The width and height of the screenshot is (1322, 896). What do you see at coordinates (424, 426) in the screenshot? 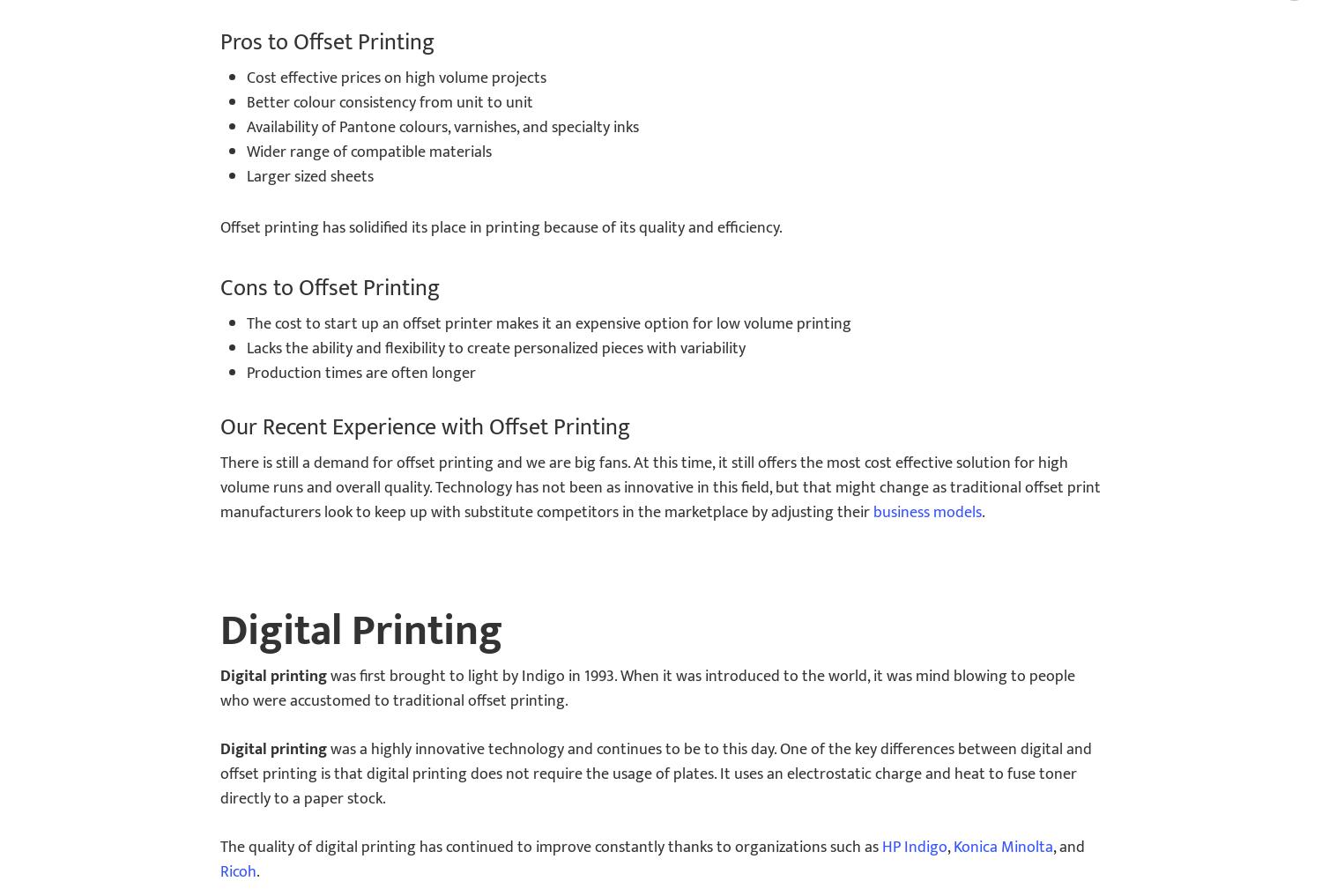
I see `'Our Recent Experience with Offset Printing'` at bounding box center [424, 426].